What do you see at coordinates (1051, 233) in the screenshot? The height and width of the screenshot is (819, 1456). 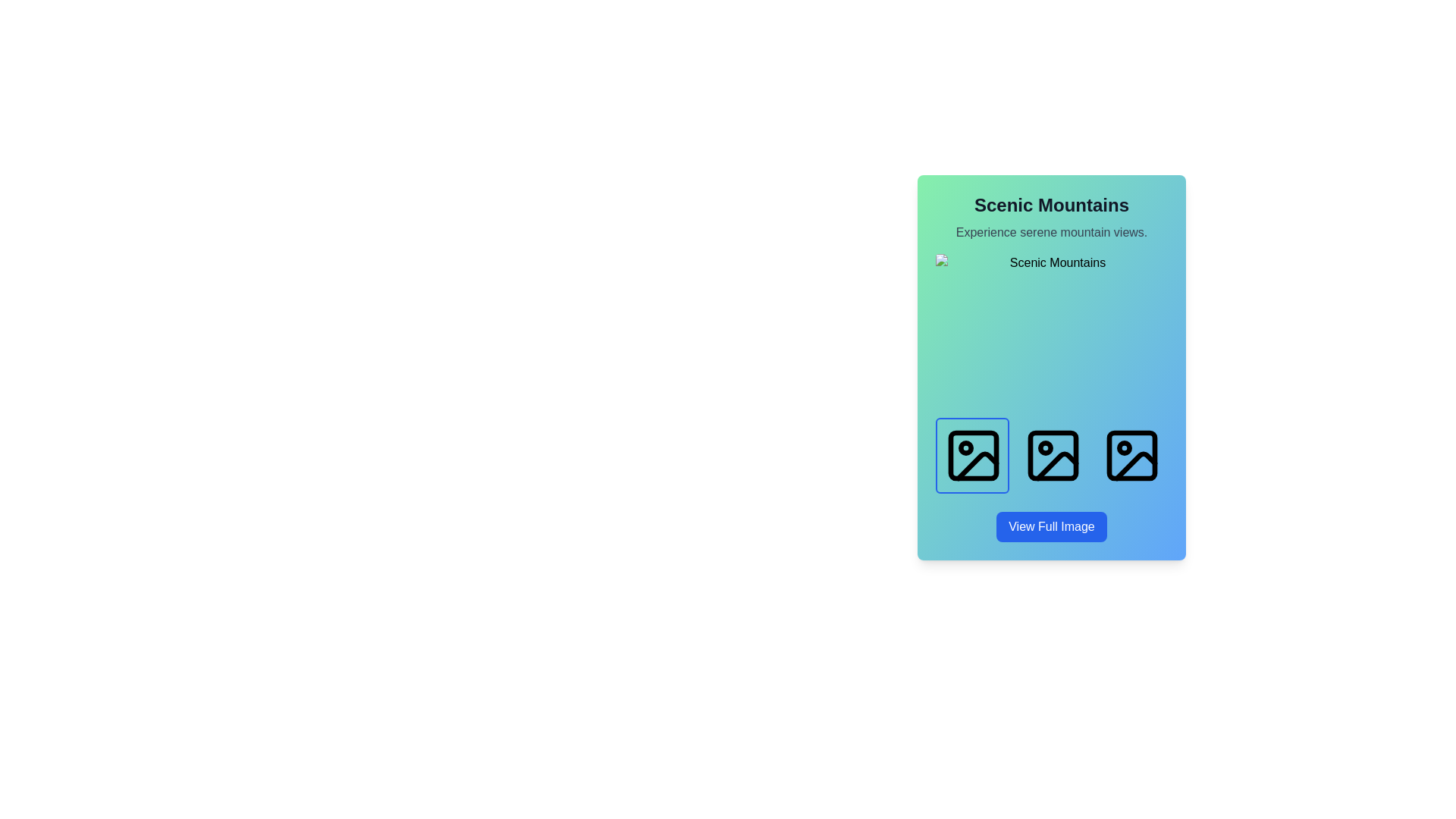 I see `the static text displaying 'Experience serene mountain views.' which is styled in muted gray and located below the heading 'Scenic Mountains'` at bounding box center [1051, 233].